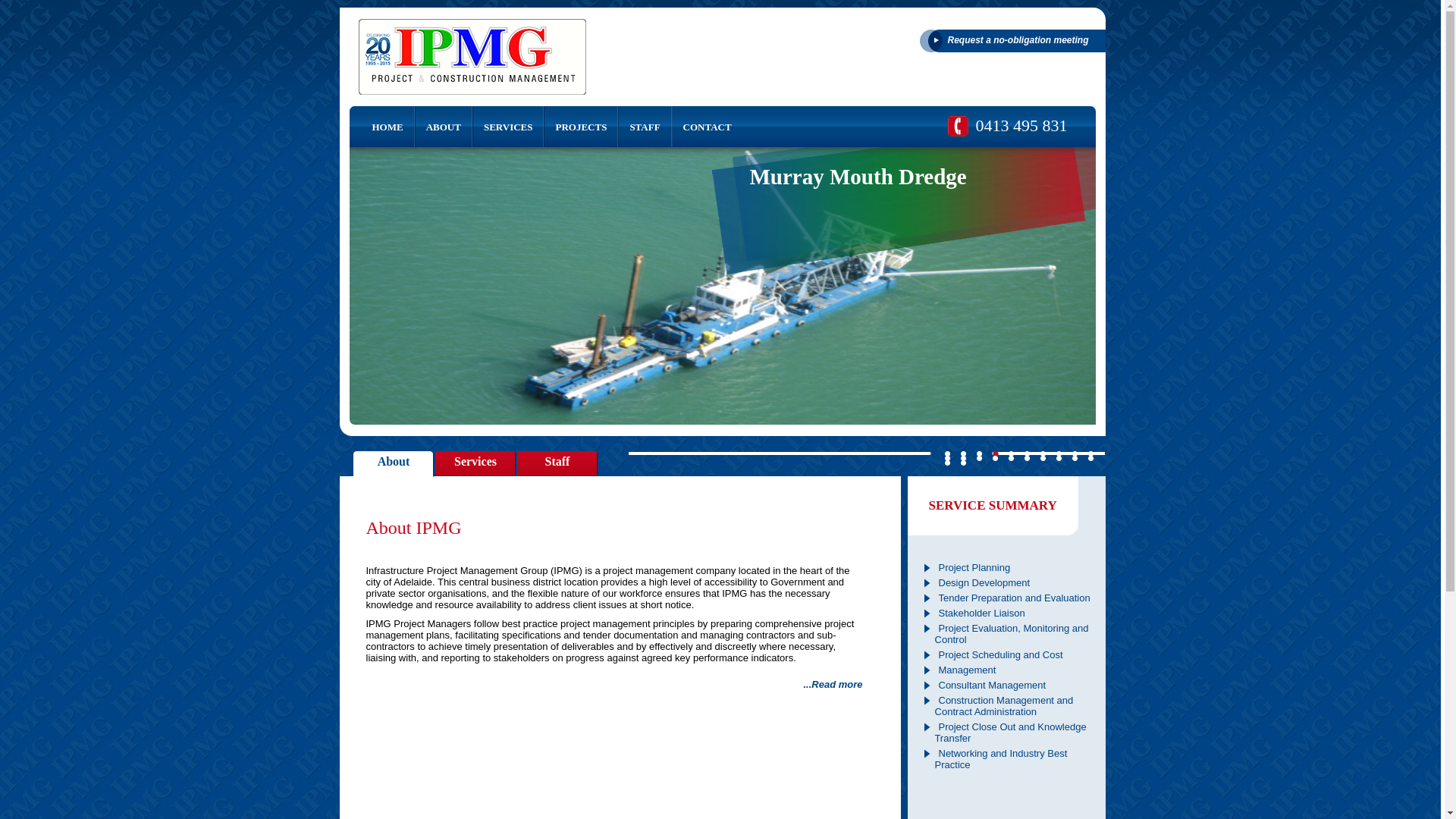 The height and width of the screenshot is (819, 1456). I want to click on '4', so click(994, 452).